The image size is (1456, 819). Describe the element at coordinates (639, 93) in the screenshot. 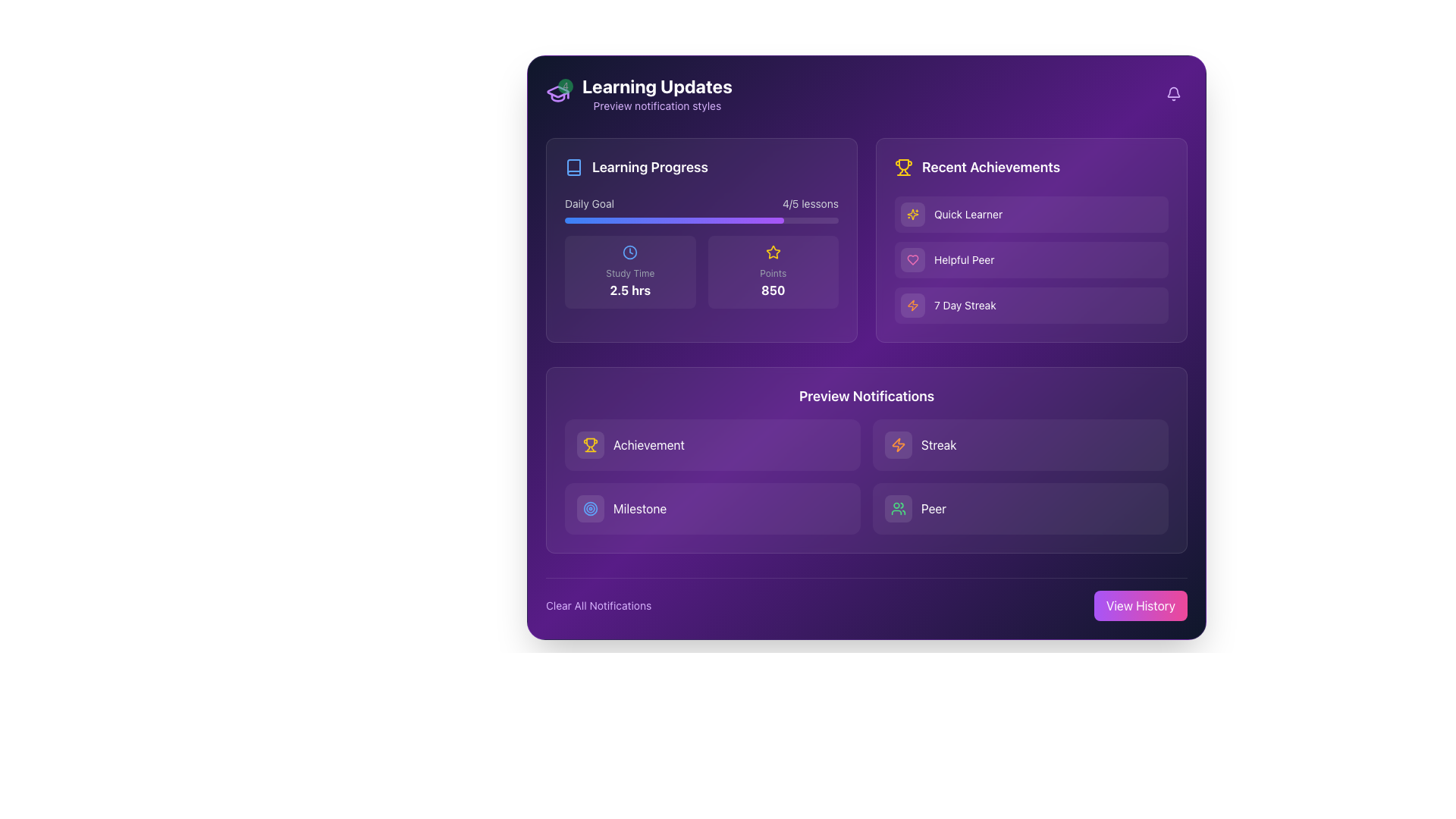

I see `text content of the Informational header displaying 'Learning Updates' with a notification badge indicating the number '4'` at that location.